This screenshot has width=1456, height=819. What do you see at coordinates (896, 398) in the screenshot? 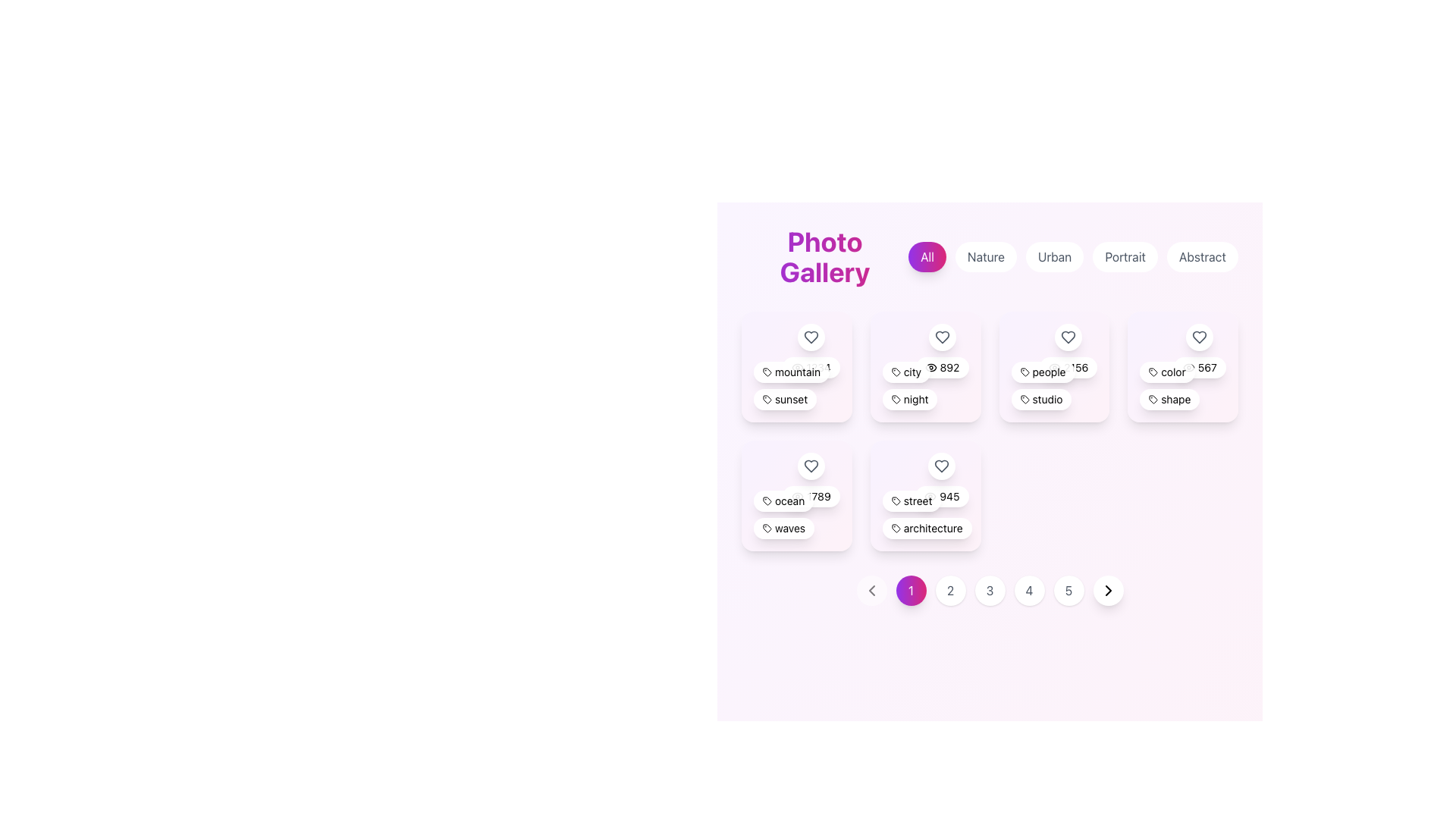
I see `the small tag icon resembling a price tag or label located near the text label 'night' in the photo gallery interface` at bounding box center [896, 398].